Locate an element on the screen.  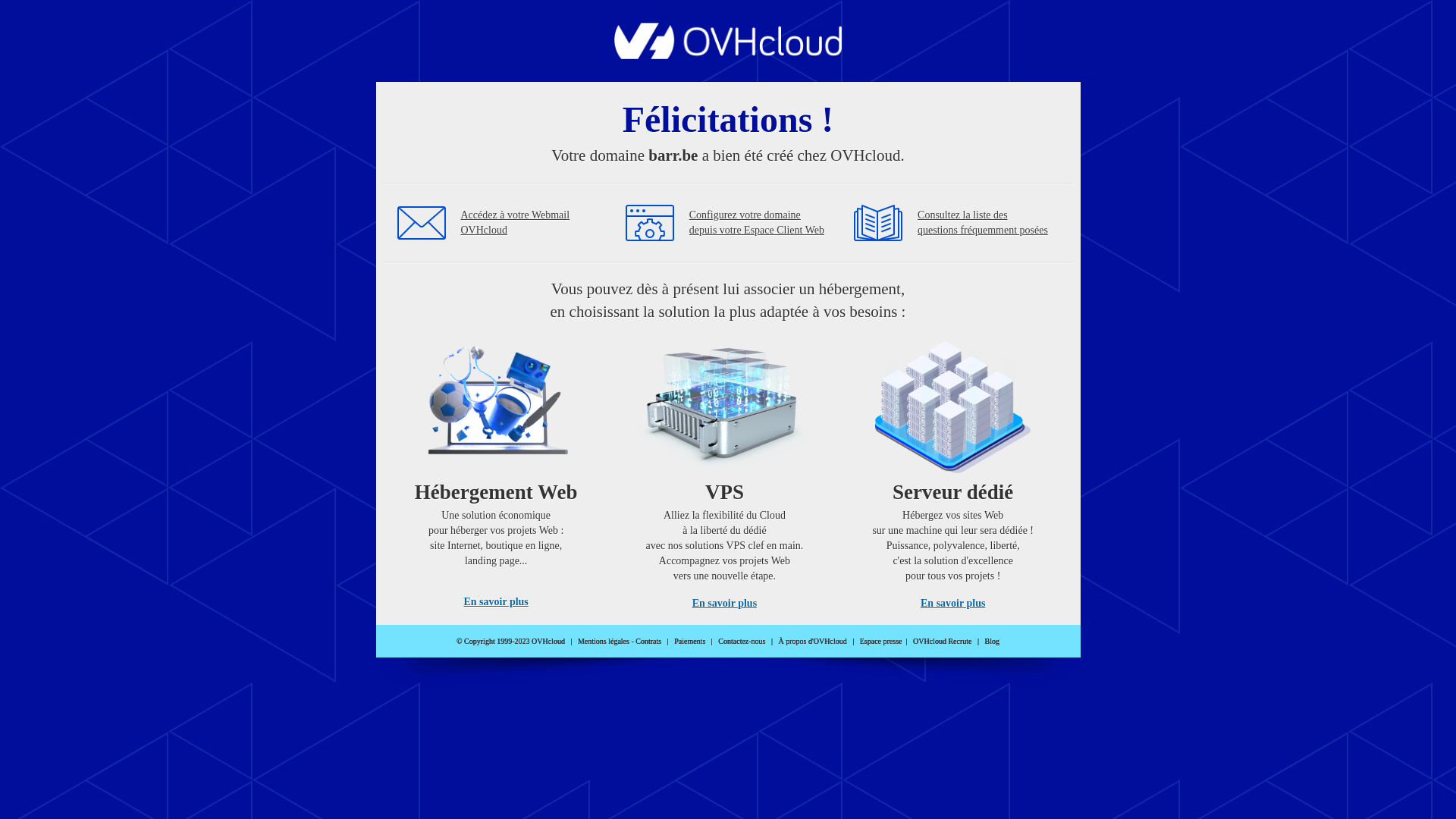
'VPS' is located at coordinates (723, 469).